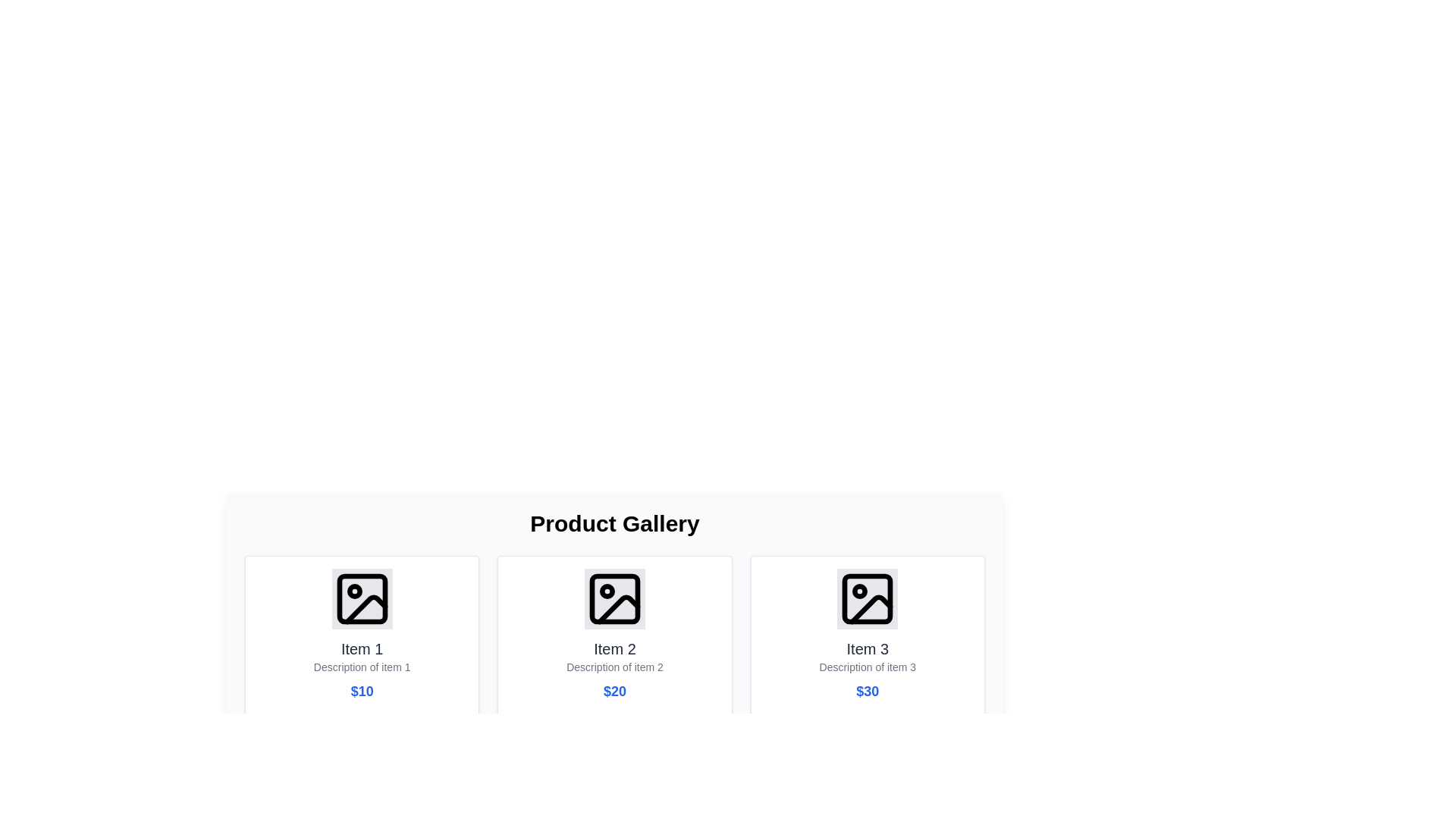  I want to click on the decorative part of the icon representing 'Item 1' in the 'Product Gallery' section, which is a non-interactive graphical decoration located at the upper-left corner of the icon, so click(361, 598).